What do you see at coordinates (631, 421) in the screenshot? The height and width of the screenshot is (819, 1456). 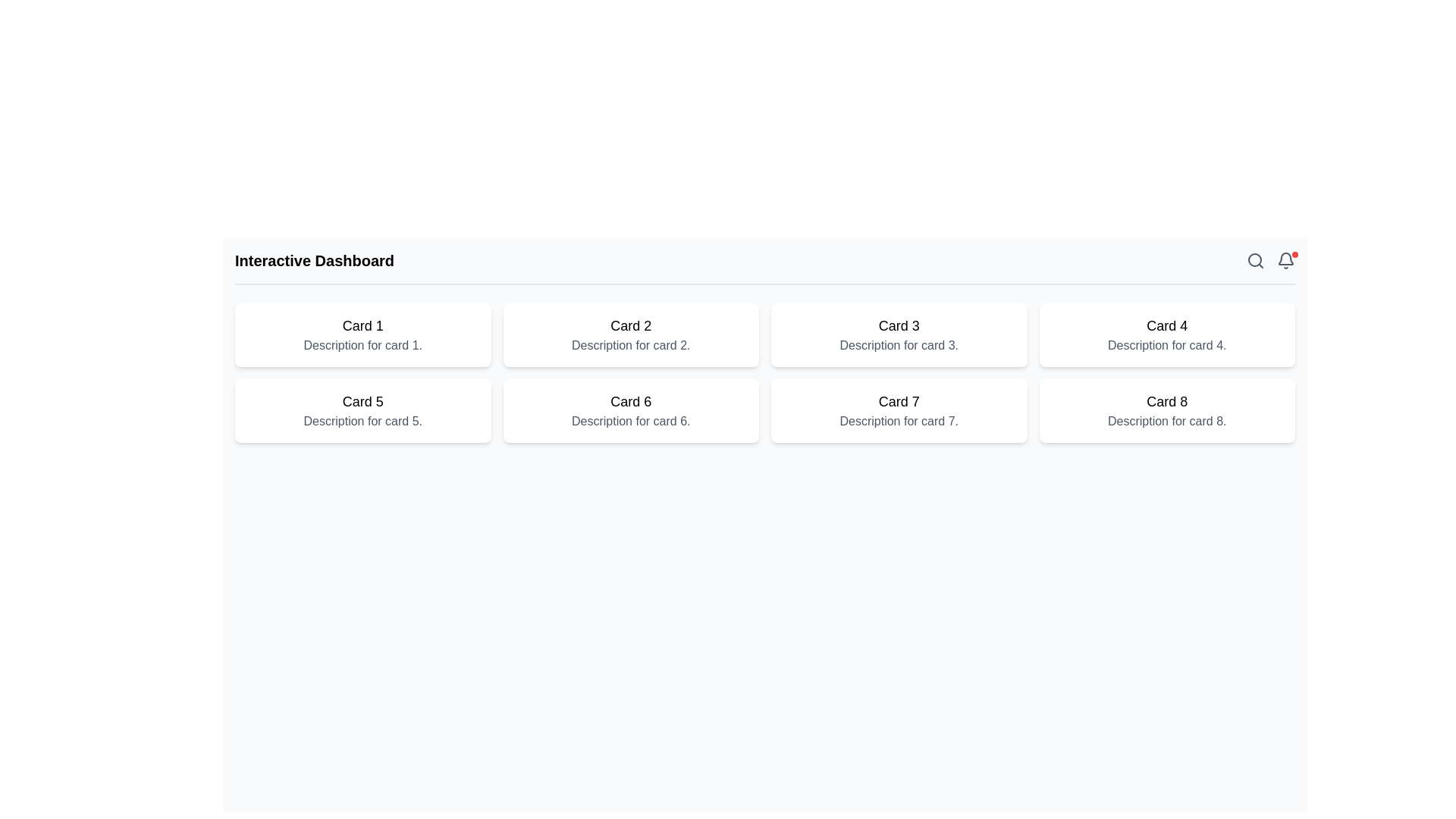 I see `the Text Label that reads 'Description for card 6.' which is located below the title 'Card 6' in the card positioned in the second row and third column of the grid` at bounding box center [631, 421].